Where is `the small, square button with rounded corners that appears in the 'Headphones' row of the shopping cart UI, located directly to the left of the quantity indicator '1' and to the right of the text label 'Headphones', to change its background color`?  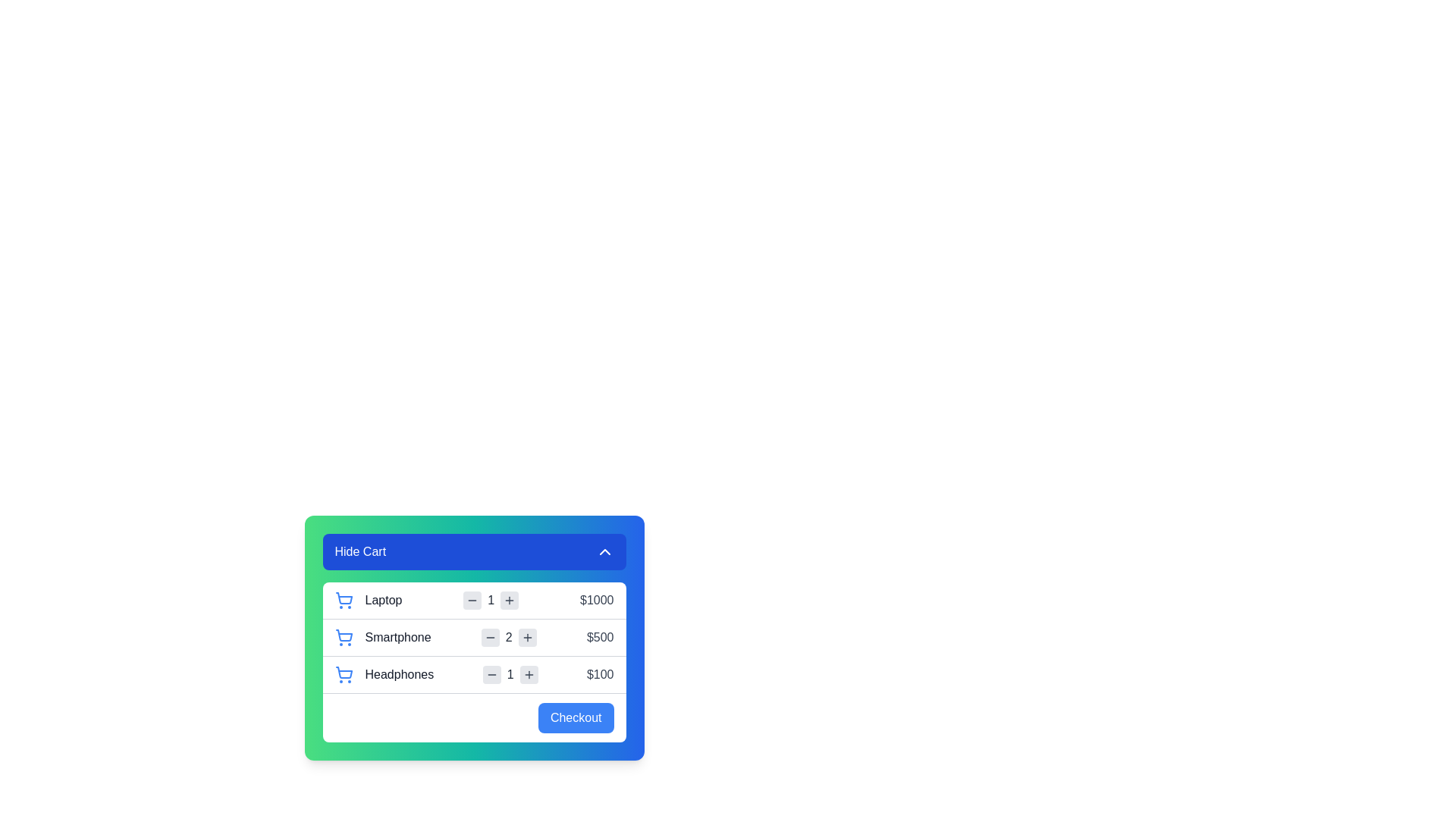
the small, square button with rounded corners that appears in the 'Headphones' row of the shopping cart UI, located directly to the left of the quantity indicator '1' and to the right of the text label 'Headphones', to change its background color is located at coordinates (491, 674).